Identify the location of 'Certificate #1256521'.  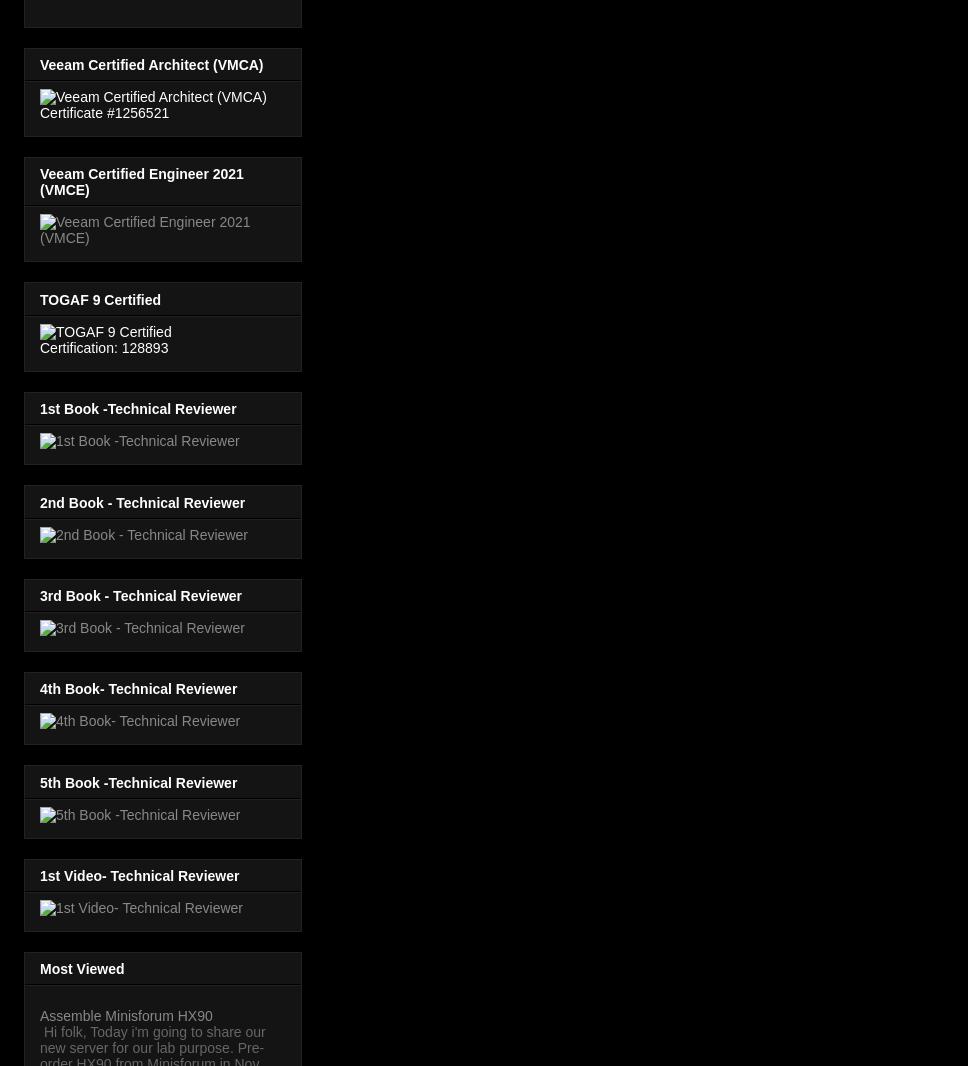
(104, 111).